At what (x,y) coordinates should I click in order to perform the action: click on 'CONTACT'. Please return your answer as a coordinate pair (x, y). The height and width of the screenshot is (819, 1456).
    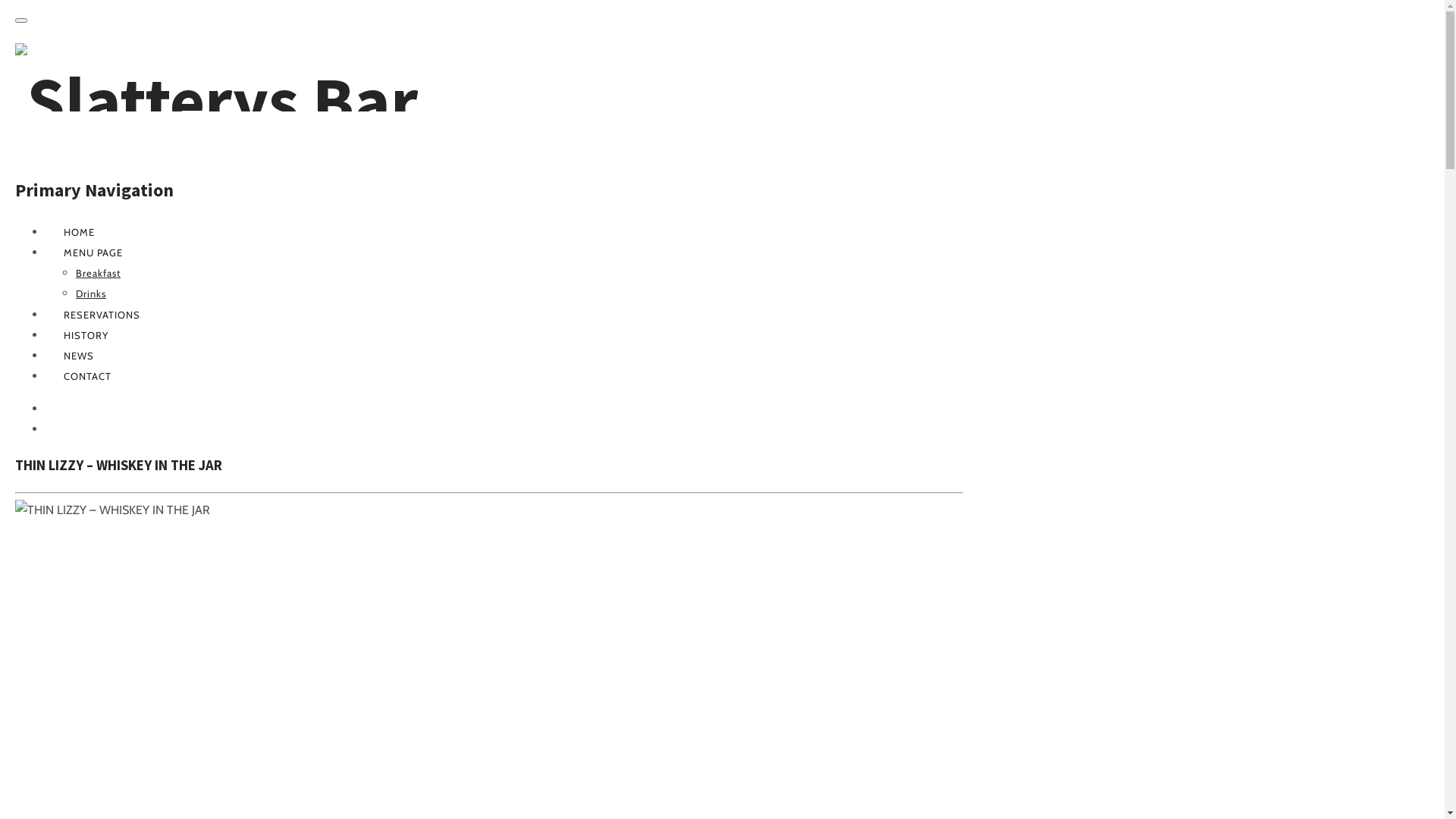
    Looking at the image, I should click on (86, 375).